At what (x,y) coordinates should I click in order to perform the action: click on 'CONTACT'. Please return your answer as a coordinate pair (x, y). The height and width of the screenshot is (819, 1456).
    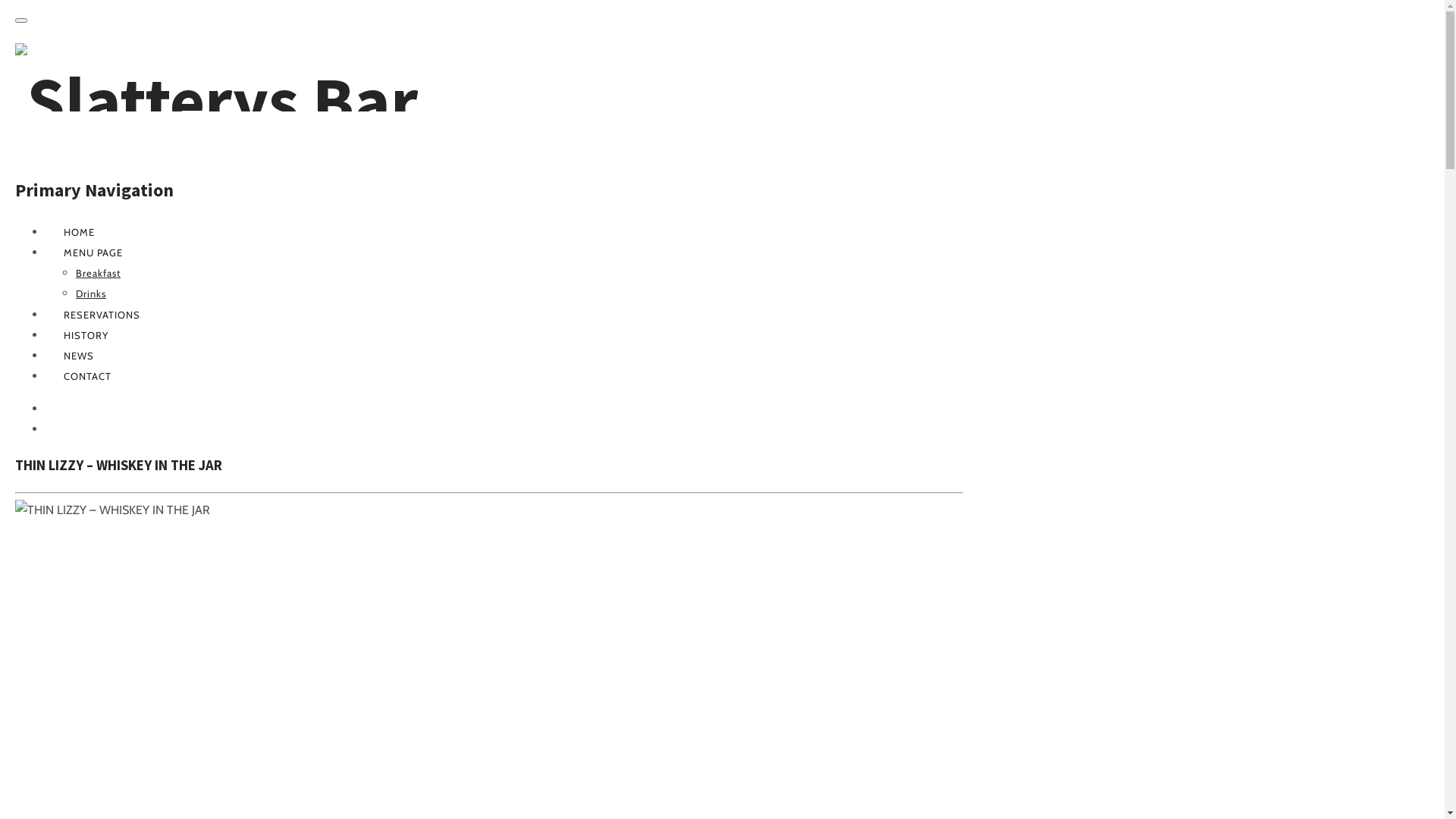
    Looking at the image, I should click on (86, 375).